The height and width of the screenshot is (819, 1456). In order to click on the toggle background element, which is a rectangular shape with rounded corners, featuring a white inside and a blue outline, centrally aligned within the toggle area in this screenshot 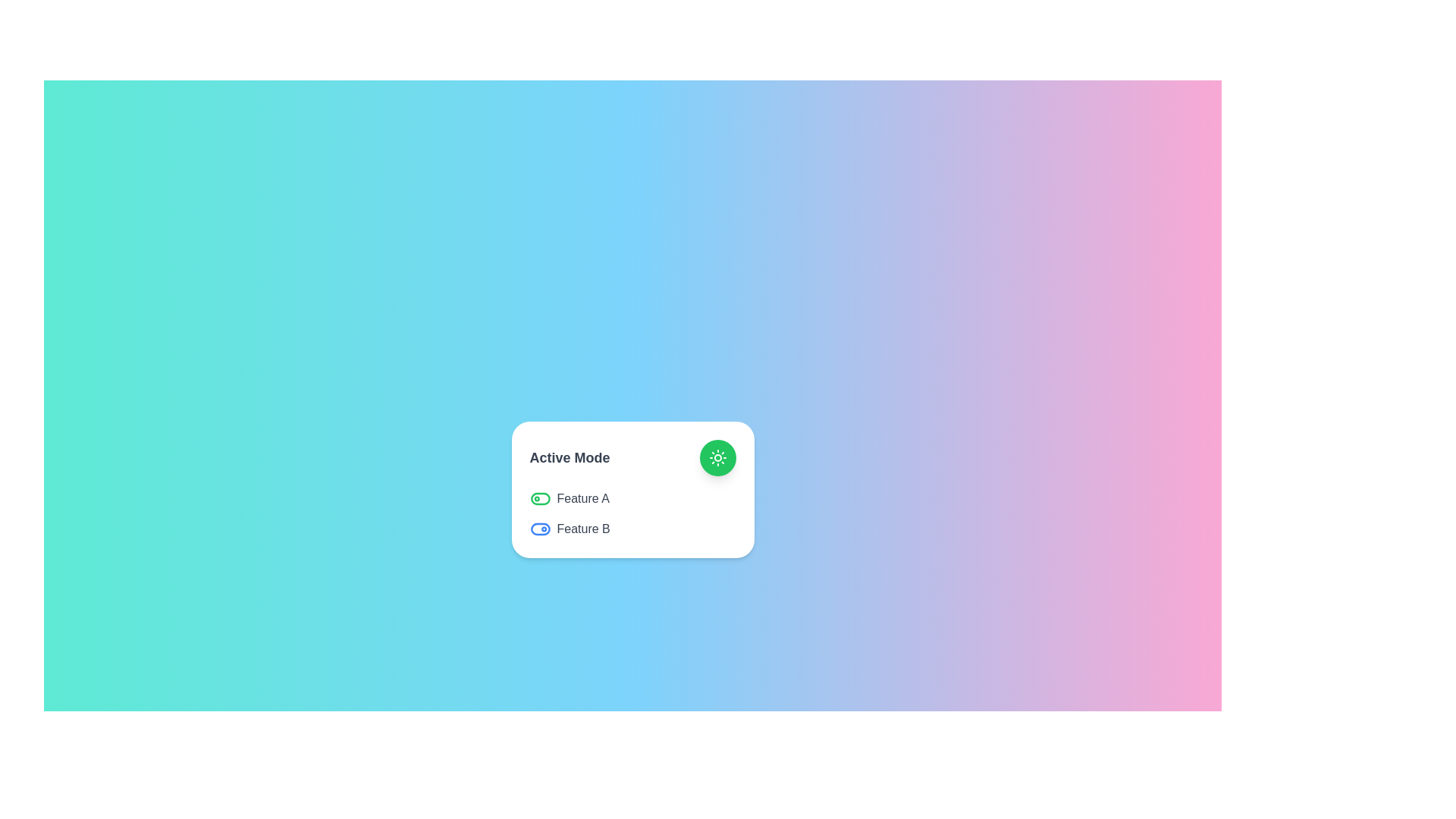, I will do `click(540, 529)`.